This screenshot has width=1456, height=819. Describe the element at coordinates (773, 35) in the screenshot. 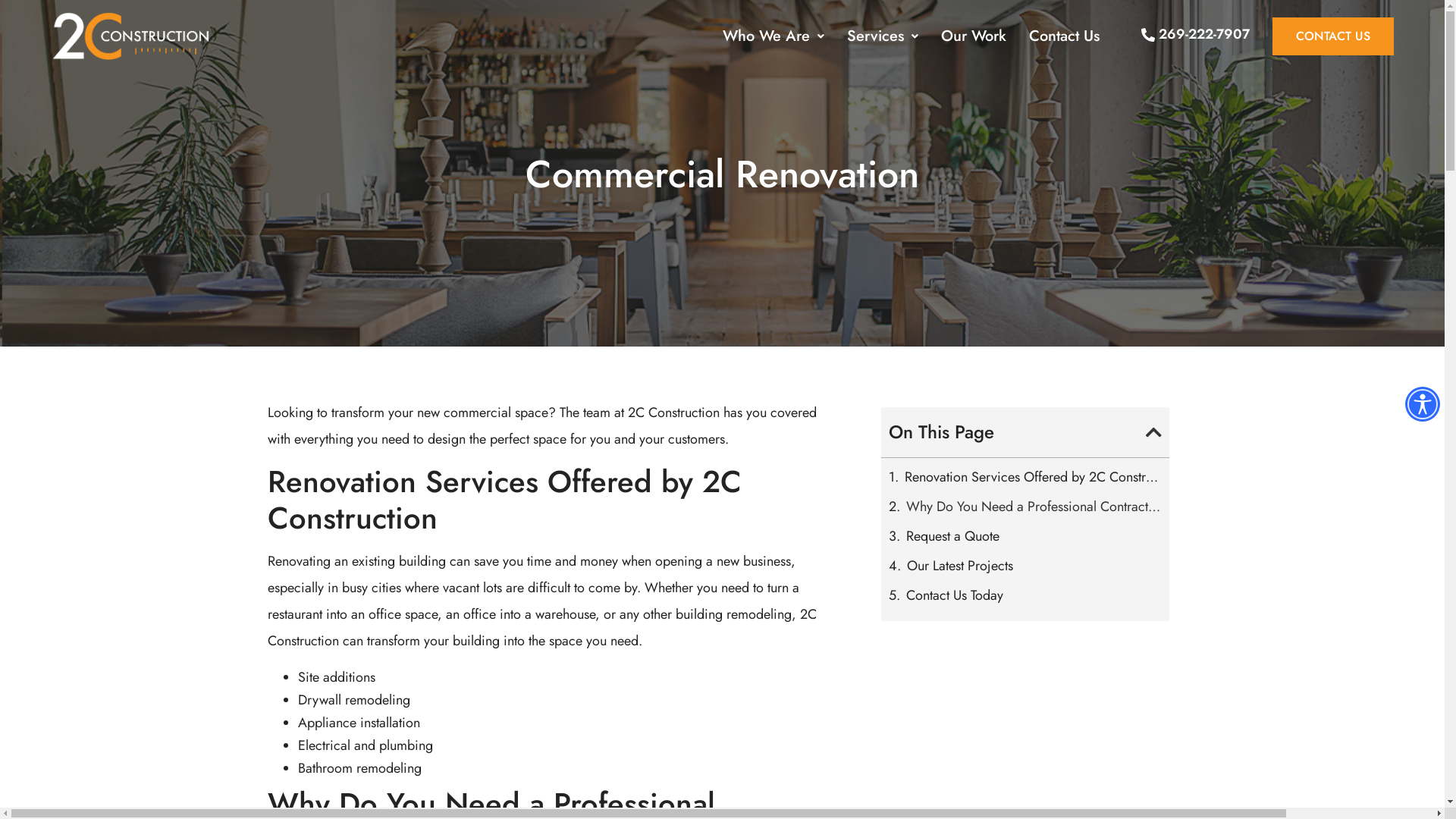

I see `'Who We Are'` at that location.